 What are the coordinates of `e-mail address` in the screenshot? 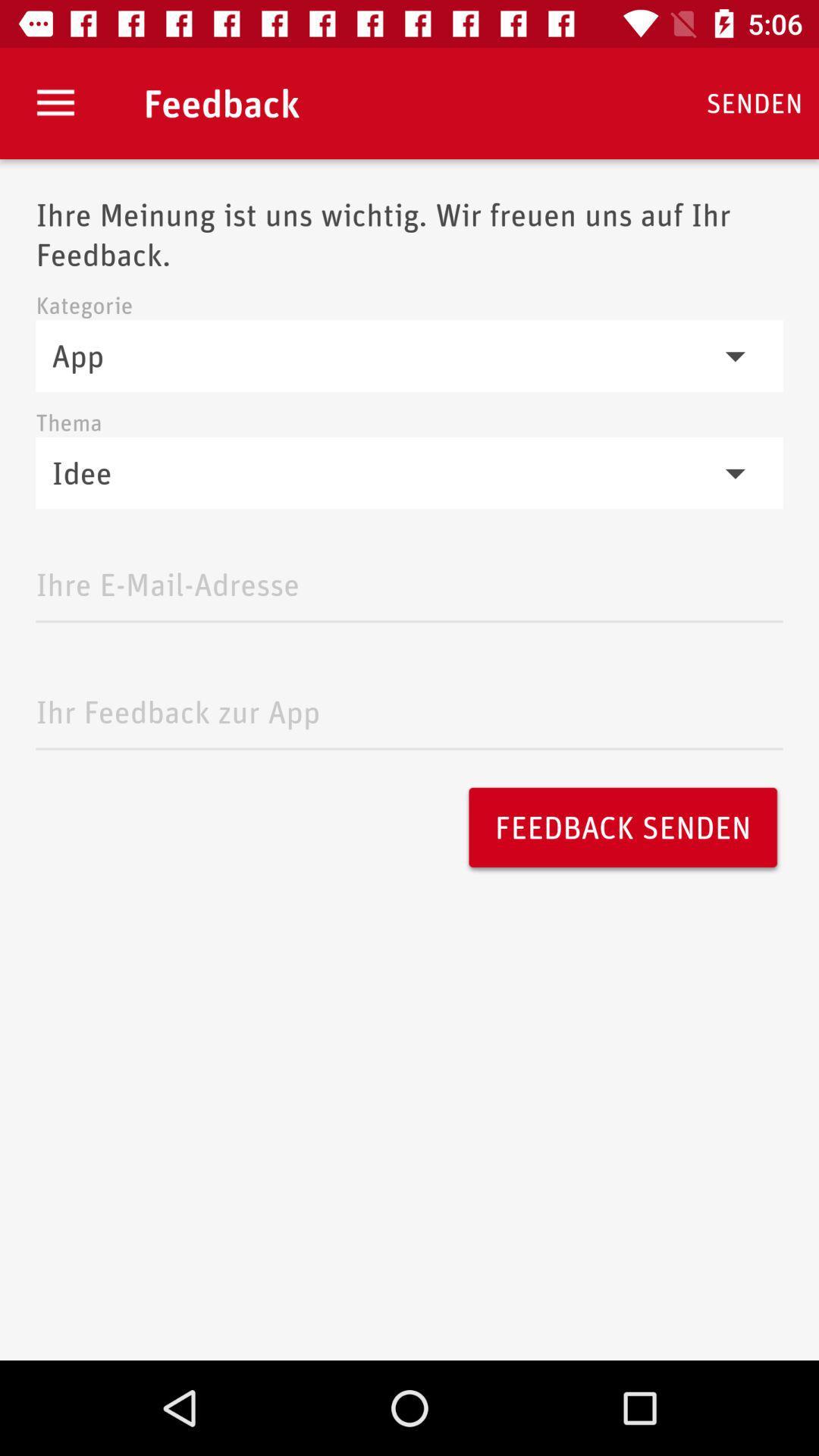 It's located at (409, 579).